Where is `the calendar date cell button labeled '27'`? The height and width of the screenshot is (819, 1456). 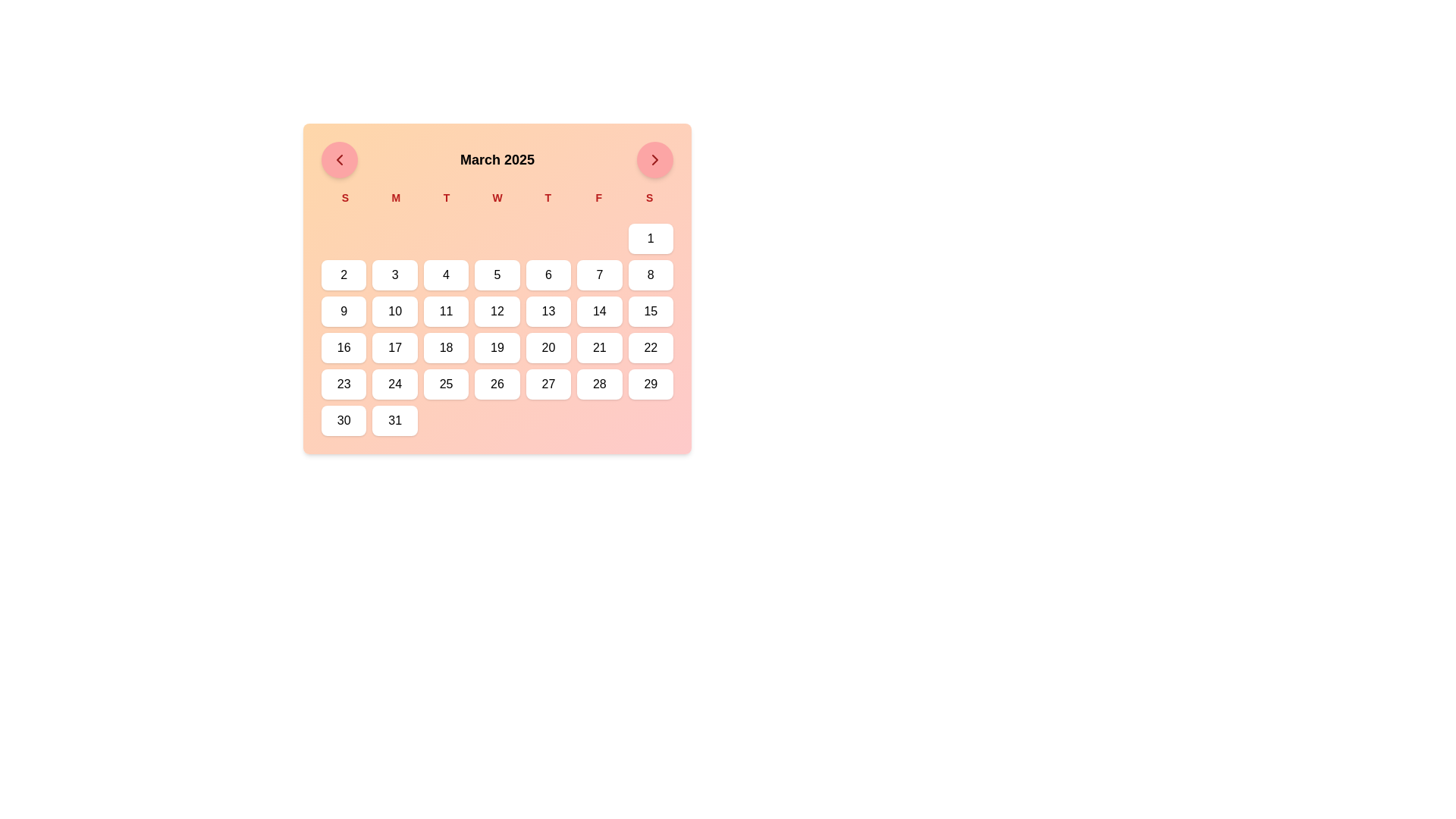 the calendar date cell button labeled '27' is located at coordinates (548, 383).